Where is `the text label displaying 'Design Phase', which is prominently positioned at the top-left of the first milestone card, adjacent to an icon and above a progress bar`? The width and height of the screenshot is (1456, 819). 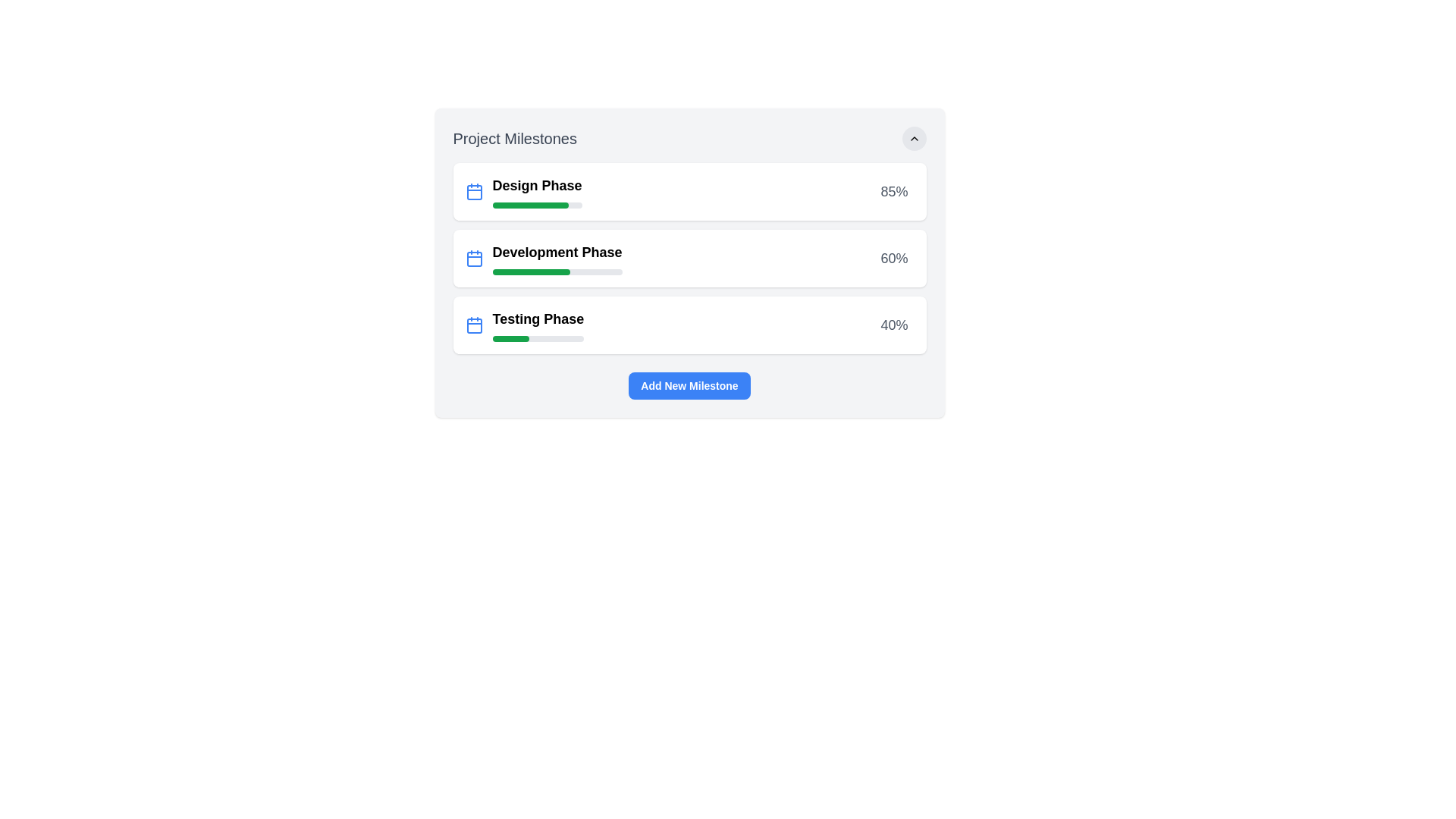 the text label displaying 'Design Phase', which is prominently positioned at the top-left of the first milestone card, adjacent to an icon and above a progress bar is located at coordinates (537, 185).